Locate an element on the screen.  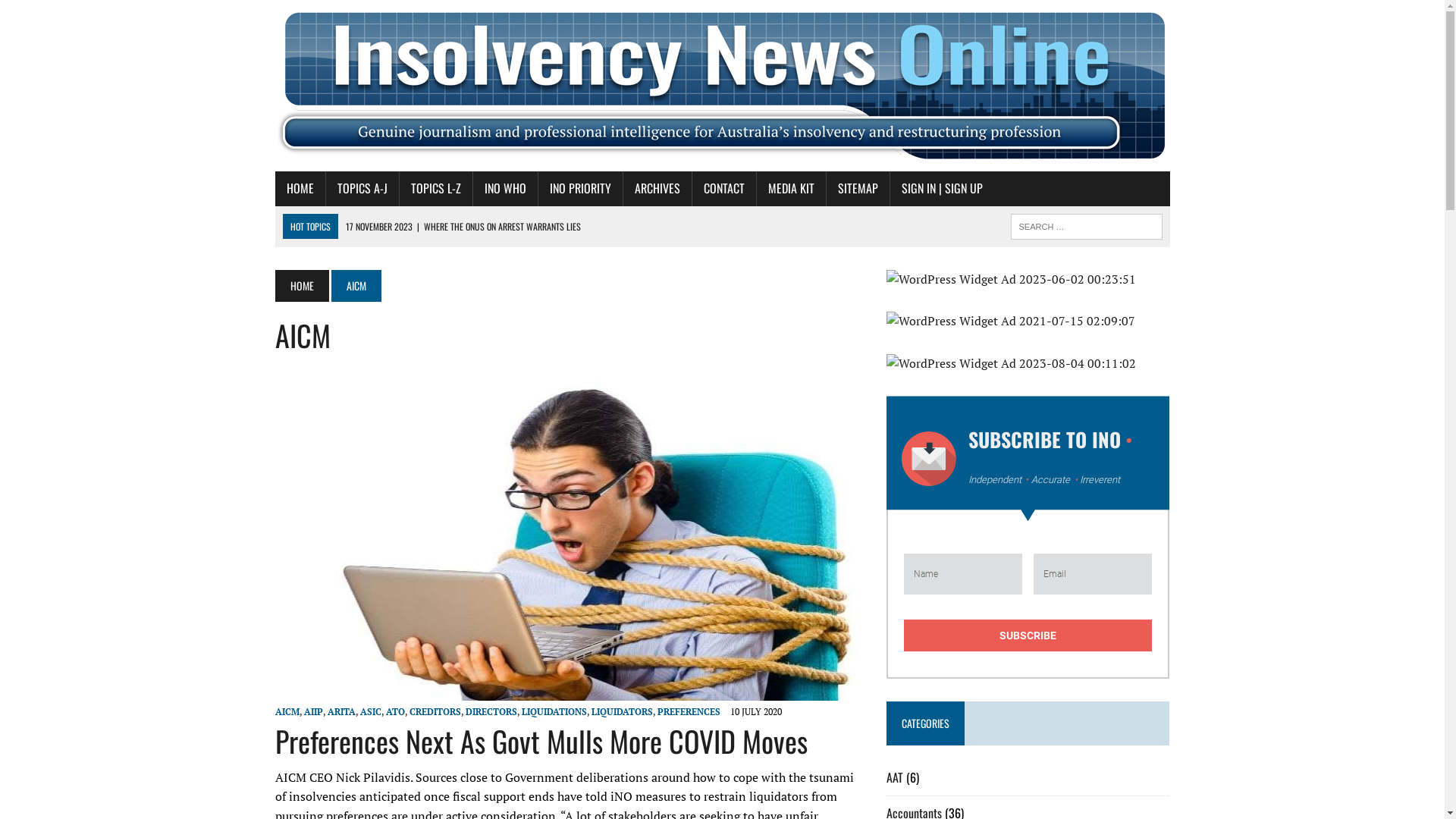
'SIGN IN | SIGN UP' is located at coordinates (941, 188).